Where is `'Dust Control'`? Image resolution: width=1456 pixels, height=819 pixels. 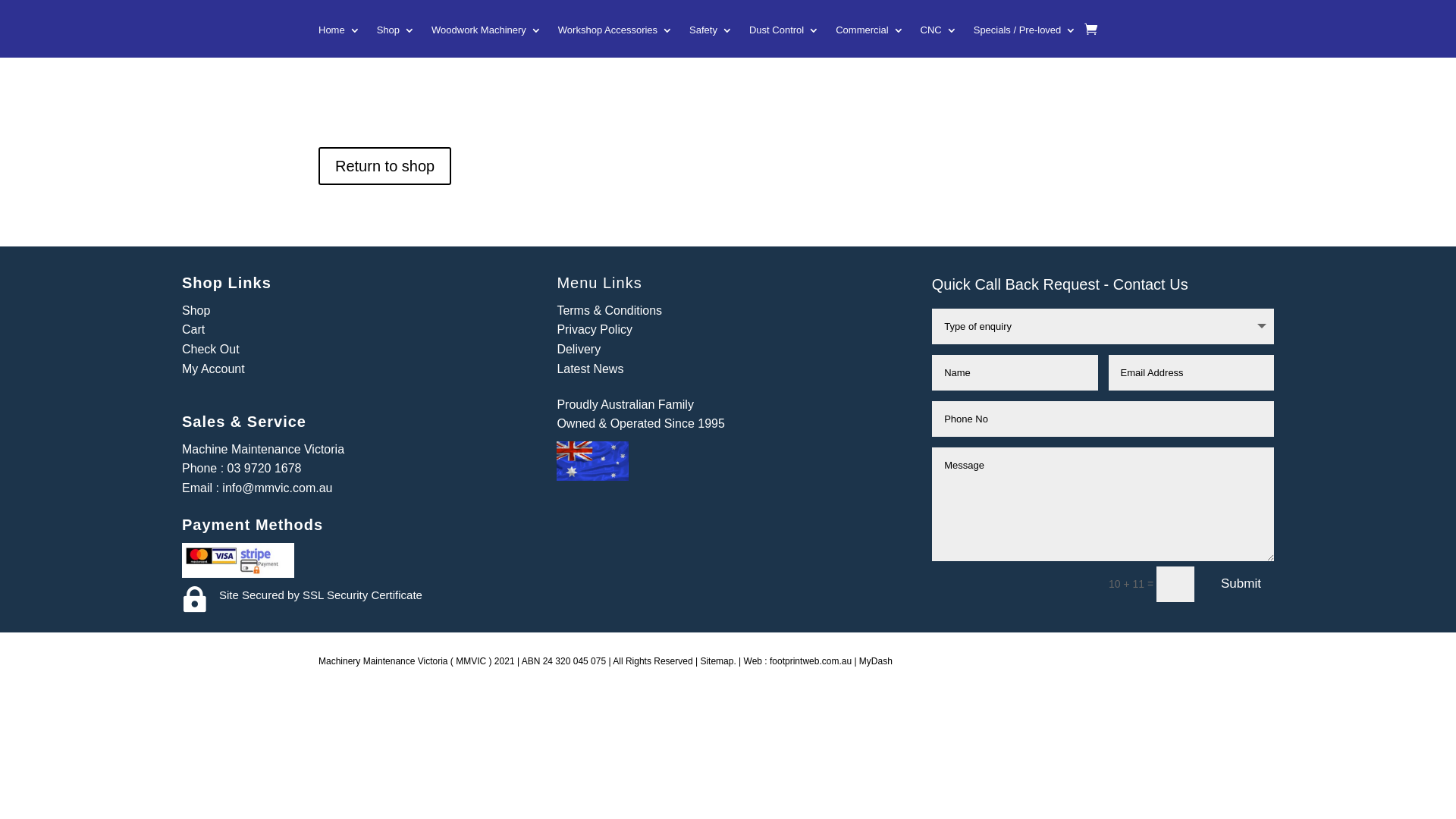 'Dust Control' is located at coordinates (783, 40).